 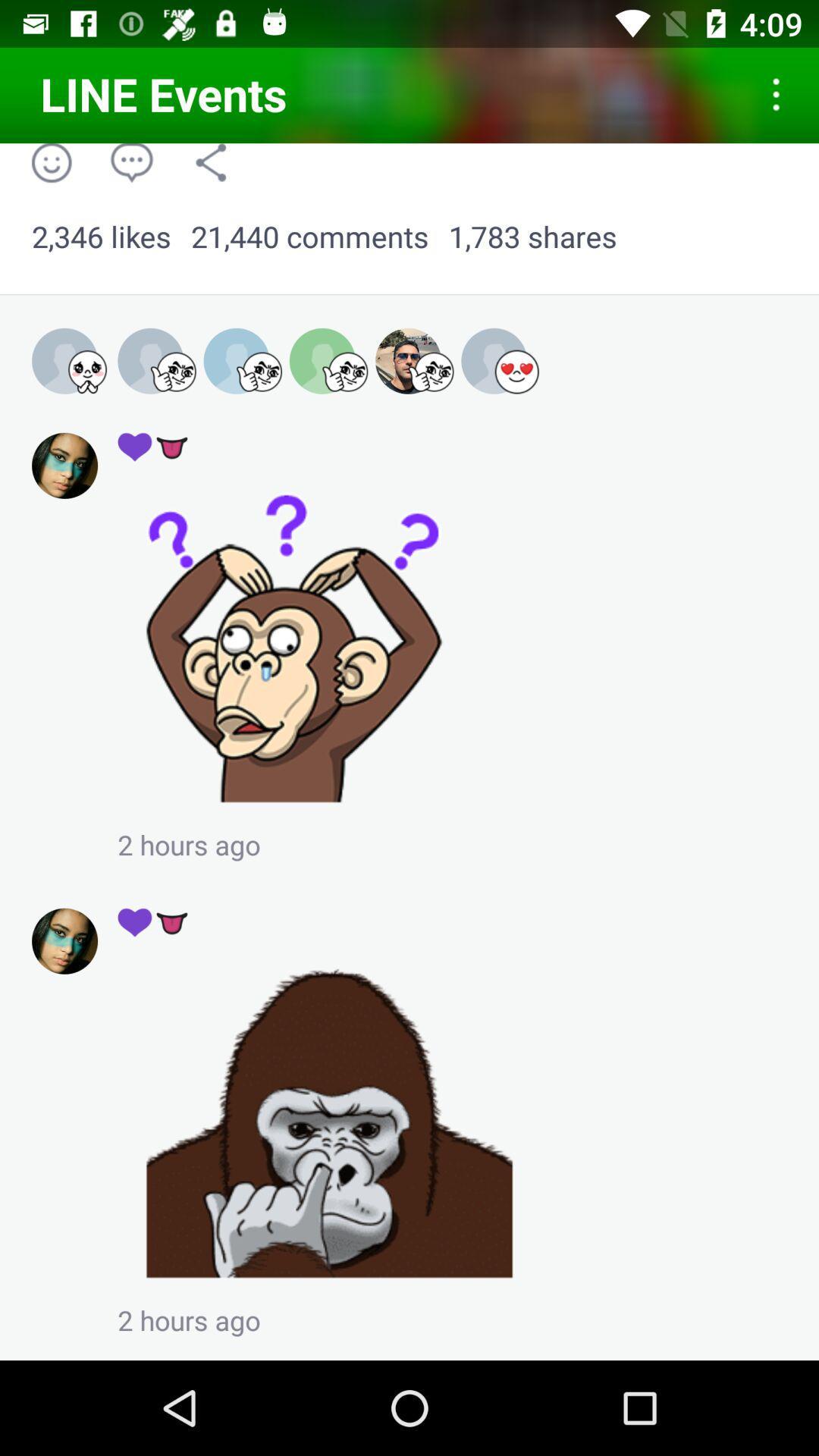 I want to click on enlarge picture, so click(x=328, y=1122).